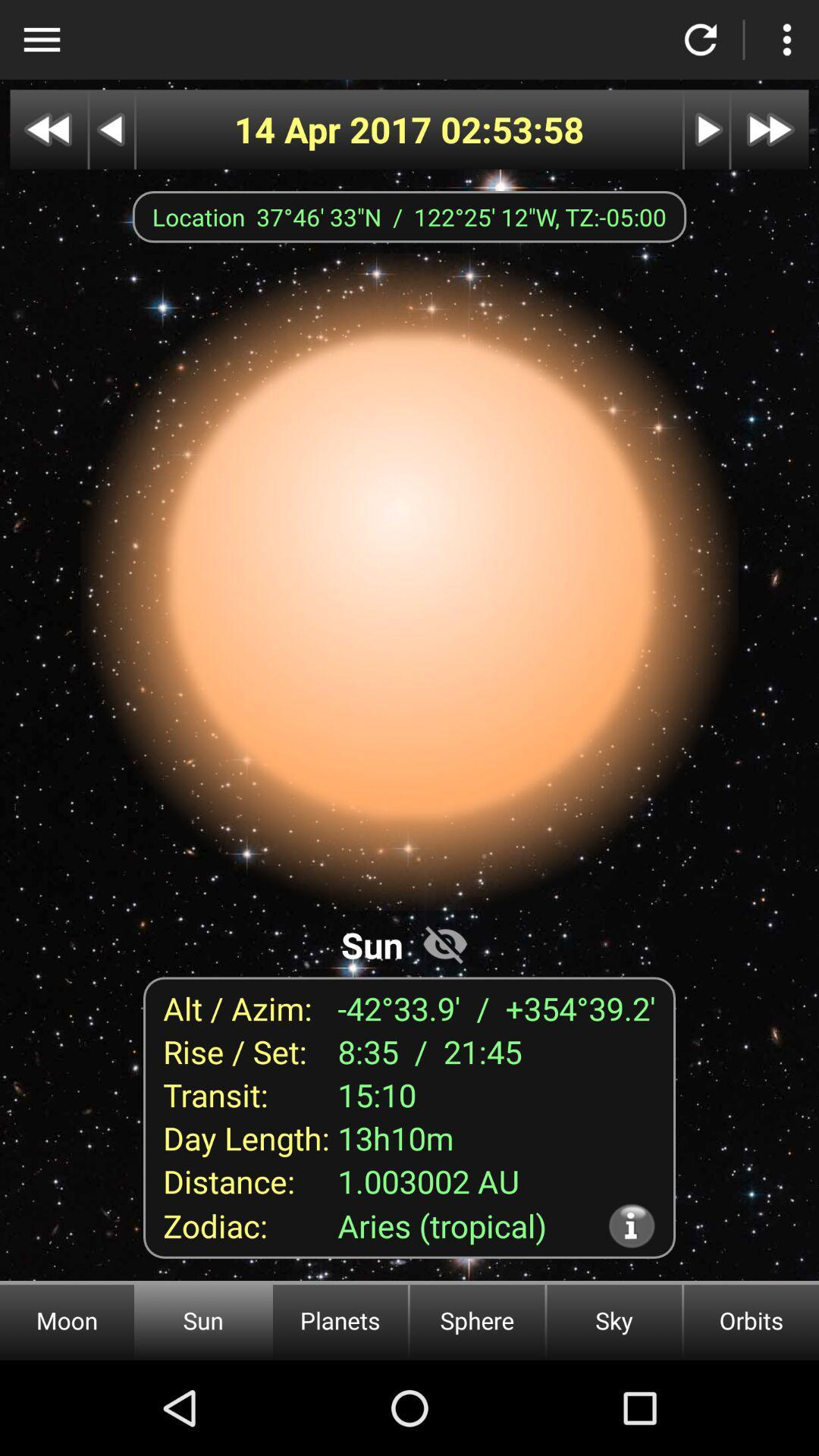  Describe the element at coordinates (770, 130) in the screenshot. I see `the av_forward icon` at that location.